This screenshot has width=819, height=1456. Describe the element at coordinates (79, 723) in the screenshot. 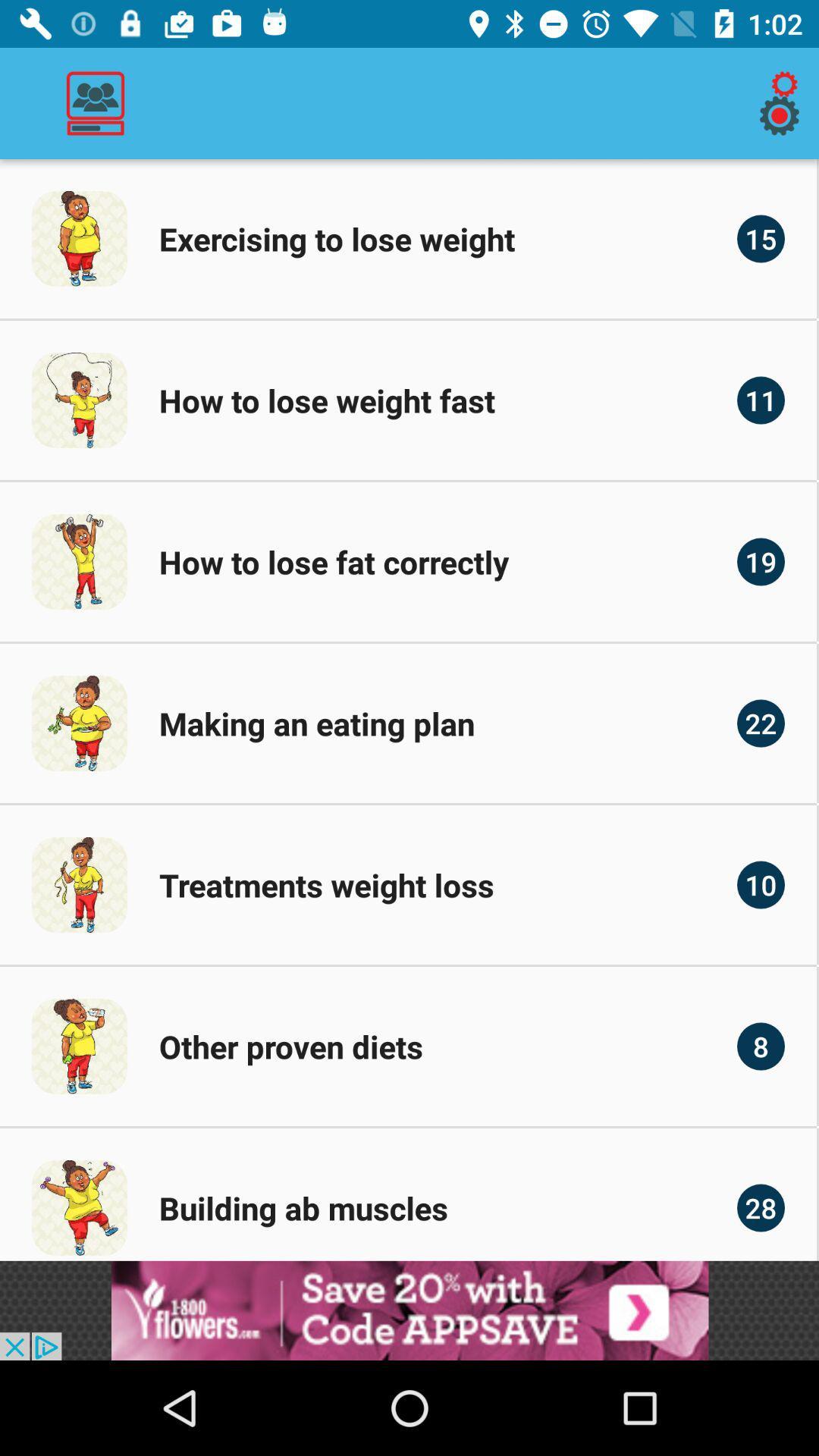

I see `the image to the left of making an eating plan text` at that location.